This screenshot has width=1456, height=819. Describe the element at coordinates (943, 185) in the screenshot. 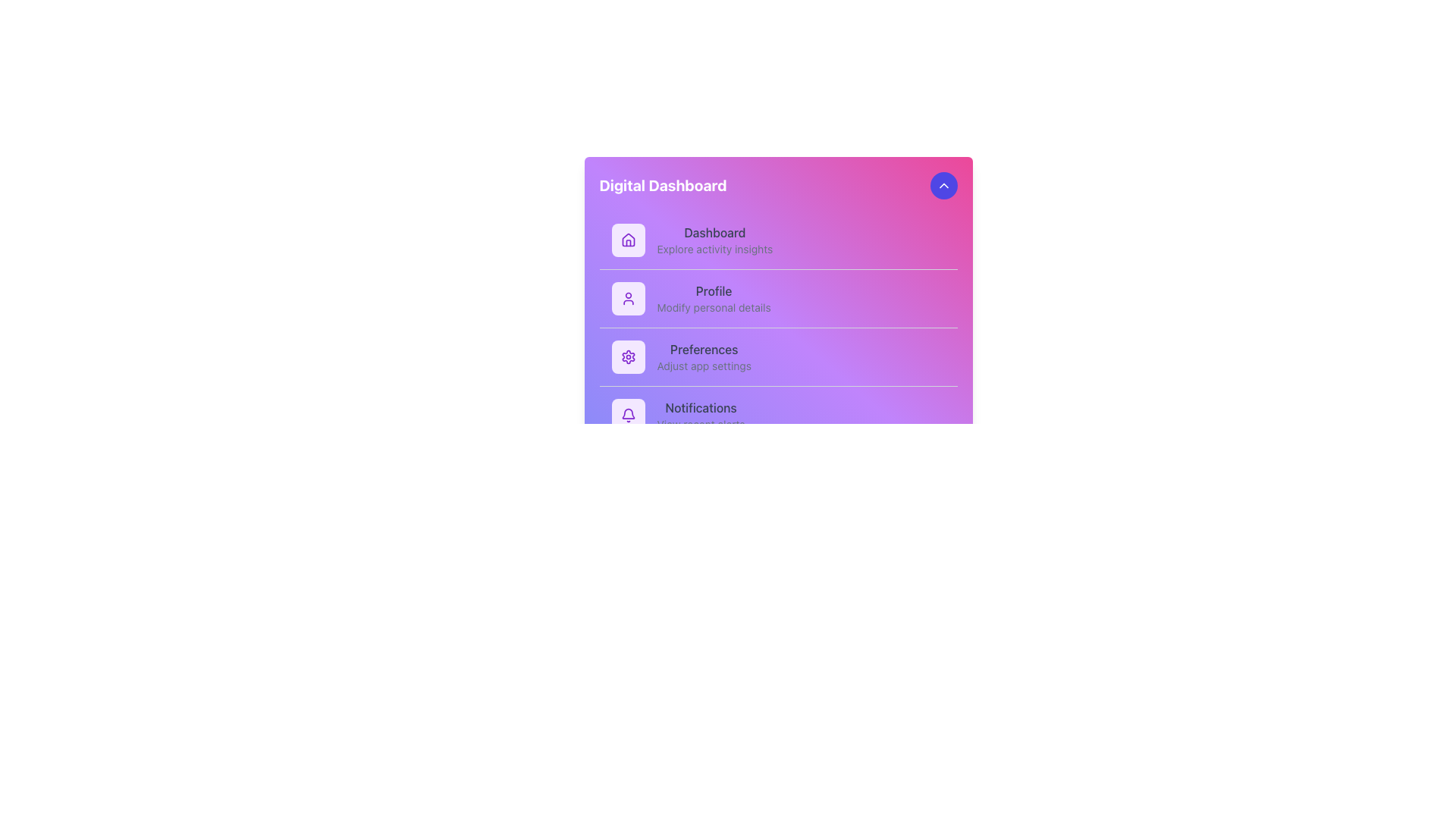

I see `the small upward-facing arrow icon located at the top-right corner of the card-like layout` at that location.